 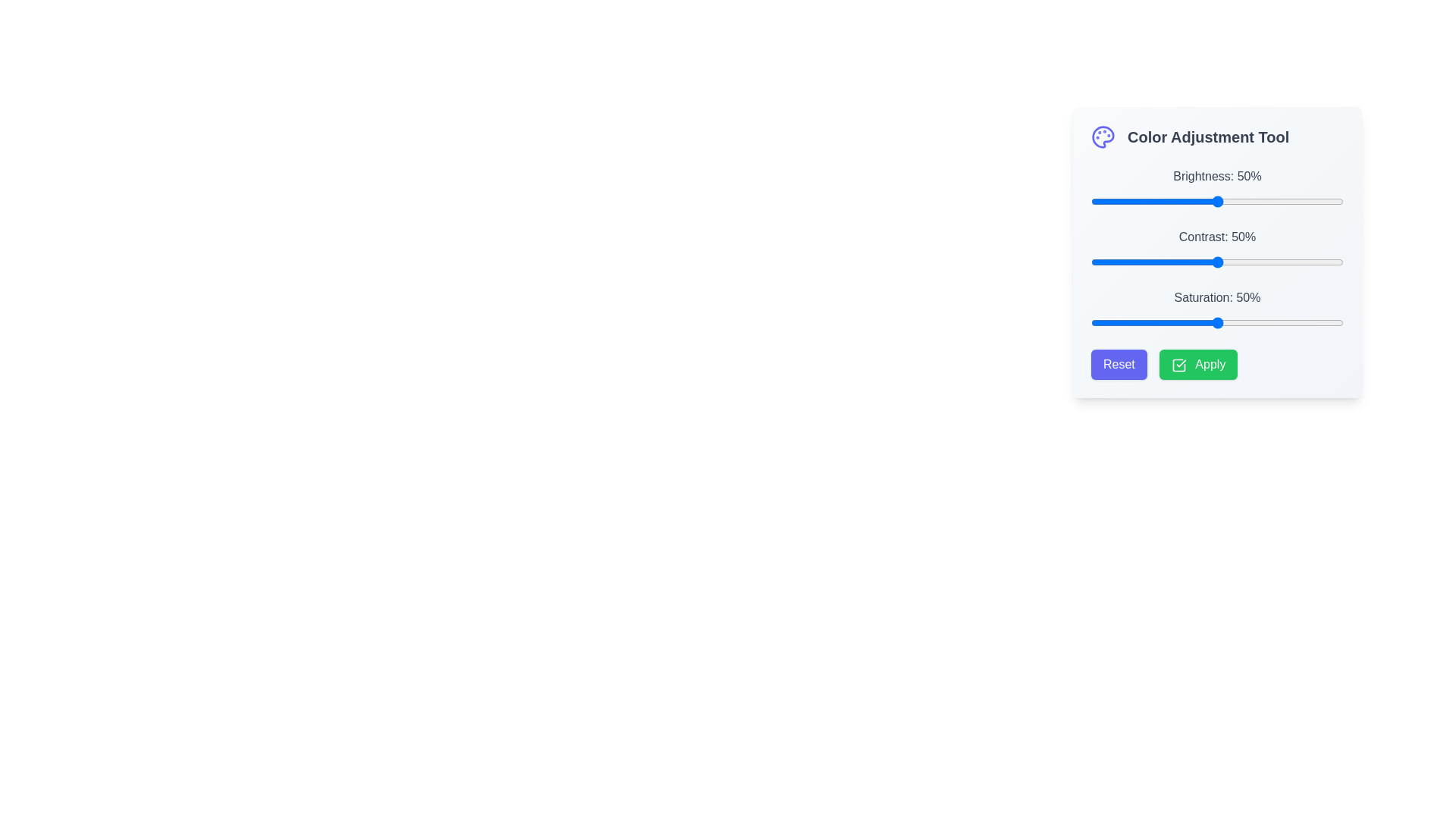 I want to click on displayed label 'Brightness: 50%' of the slider located in the 'Color Adjustment Tool' panel, so click(x=1217, y=188).